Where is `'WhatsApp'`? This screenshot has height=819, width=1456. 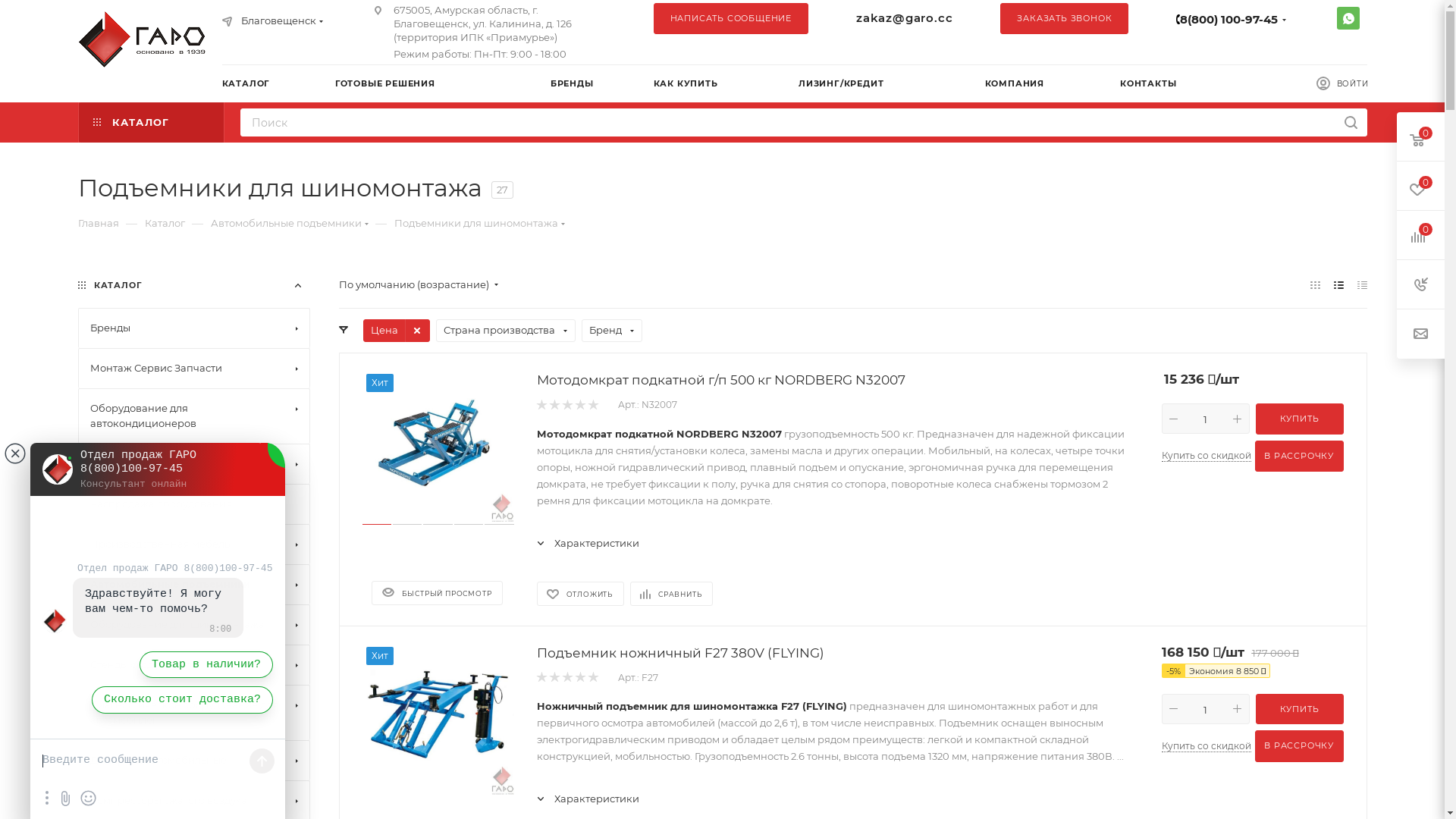 'WhatsApp' is located at coordinates (1335, 17).